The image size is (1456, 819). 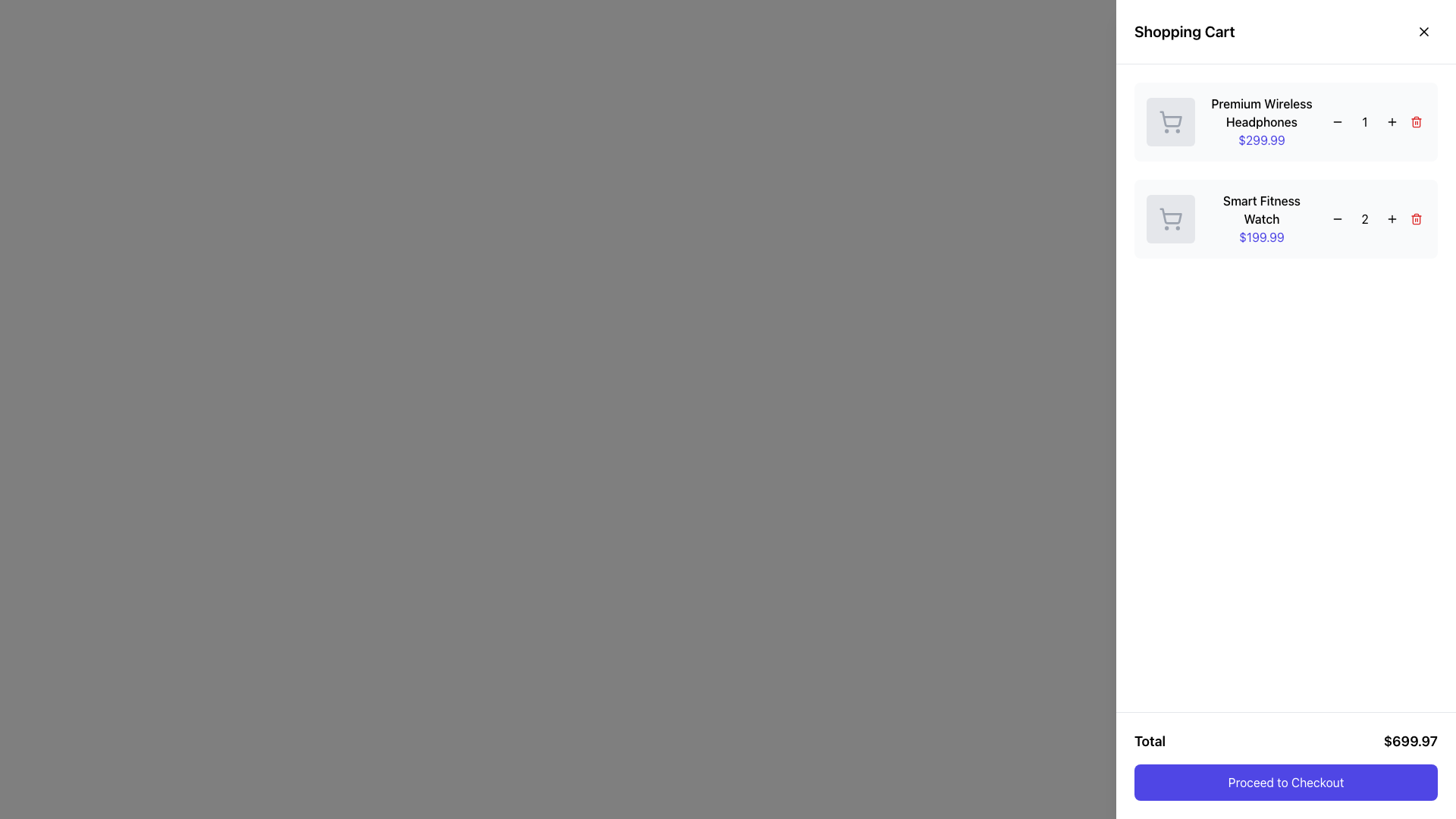 What do you see at coordinates (1262, 210) in the screenshot?
I see `text label 'Smart Fitness Watch' located centrally below the title 'Premium Wireless Headphones' and above the price '$199.99' in the cart interface` at bounding box center [1262, 210].